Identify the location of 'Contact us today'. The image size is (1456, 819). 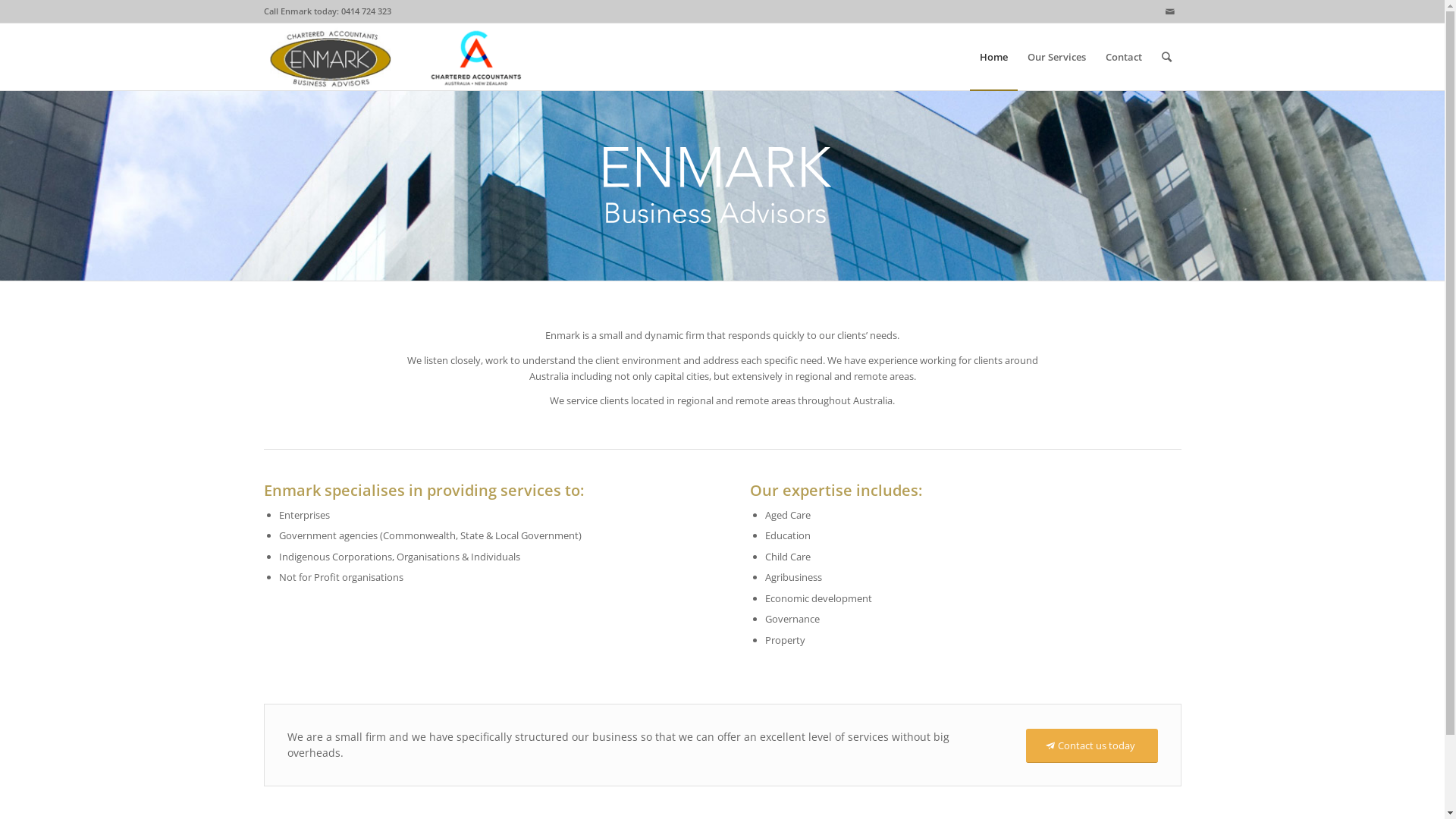
(1090, 745).